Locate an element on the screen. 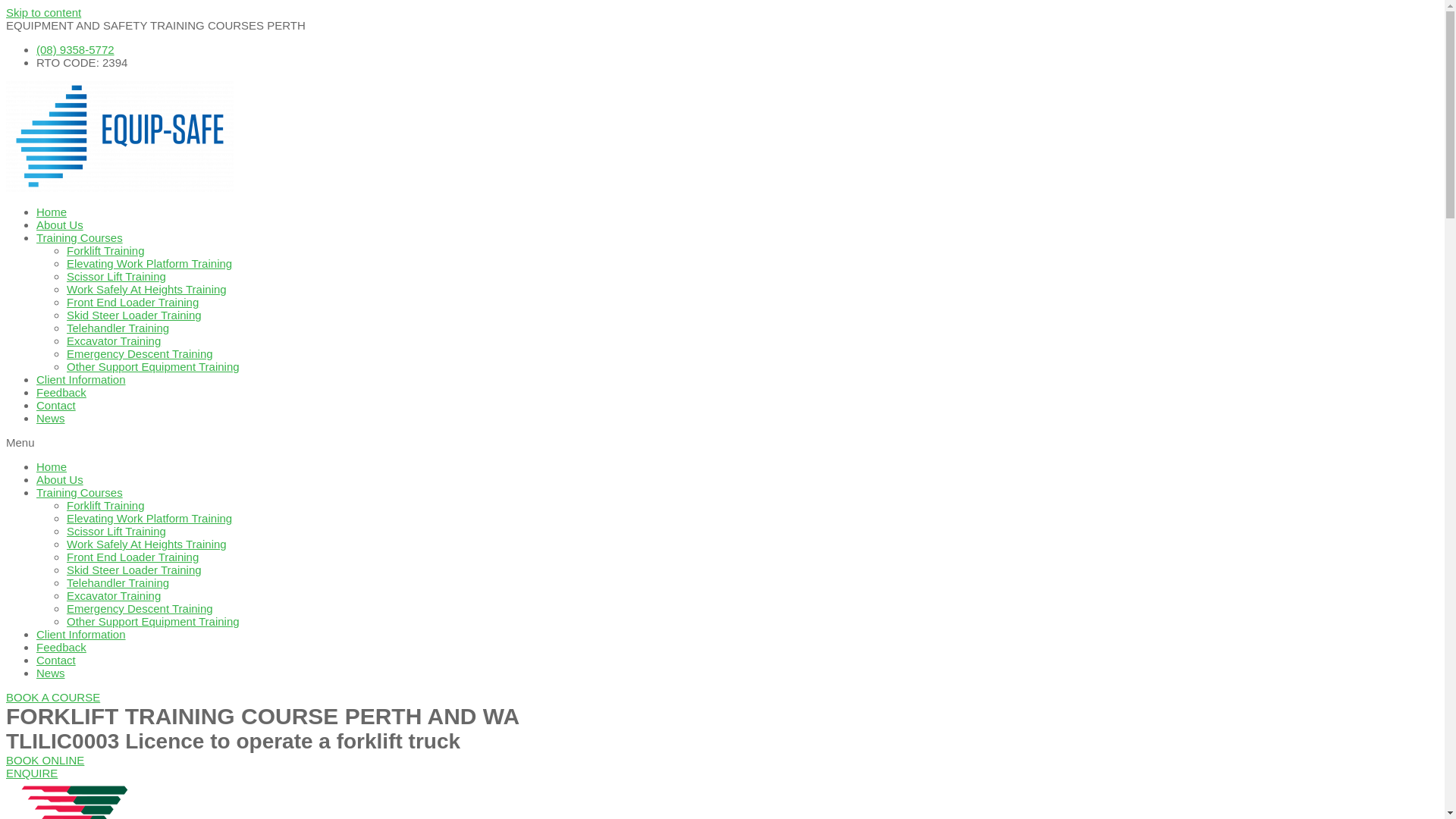  'Front End Loader Training' is located at coordinates (132, 302).